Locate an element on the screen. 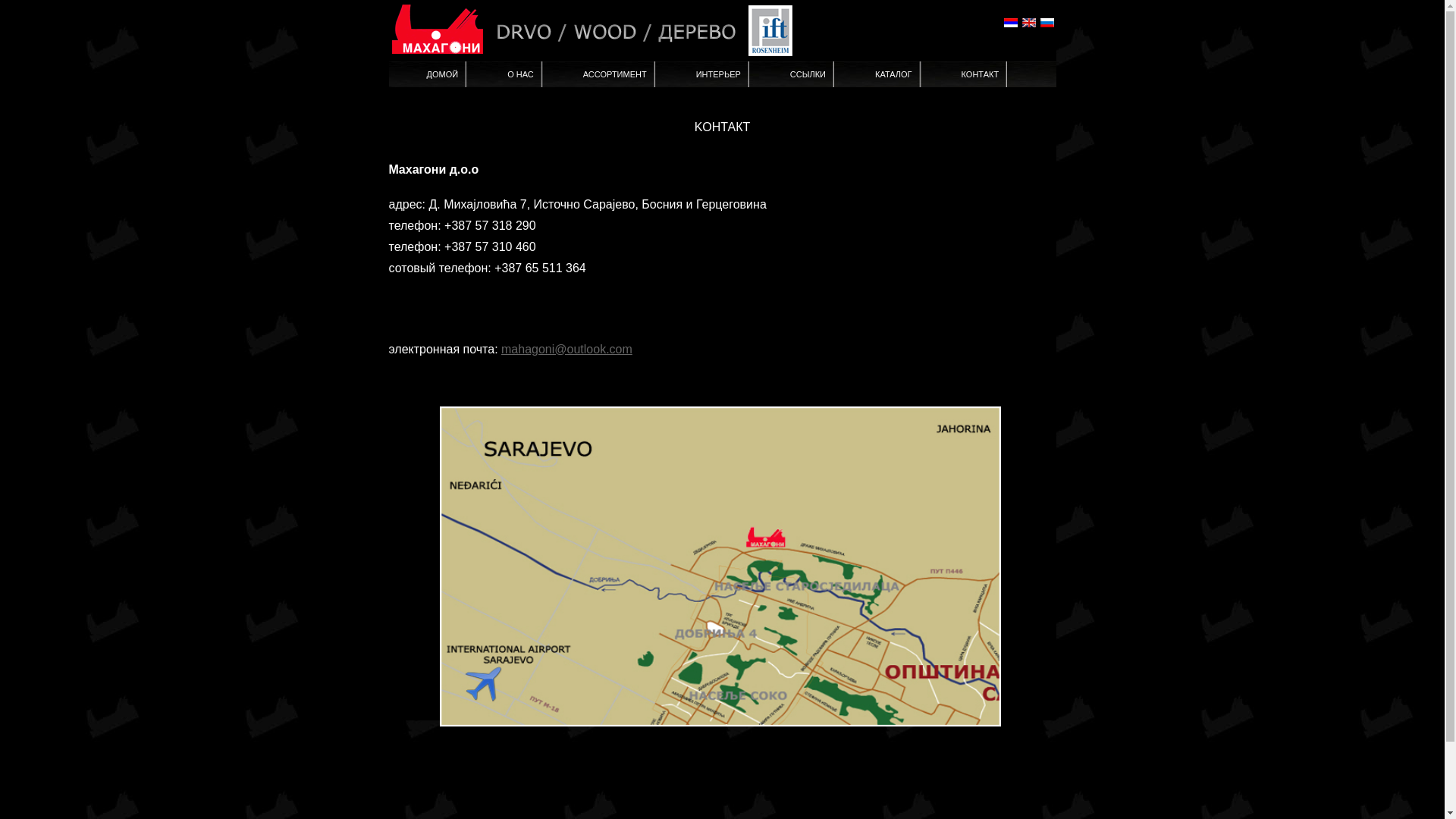 Image resolution: width=1456 pixels, height=819 pixels. 'Serbian' is located at coordinates (1010, 23).